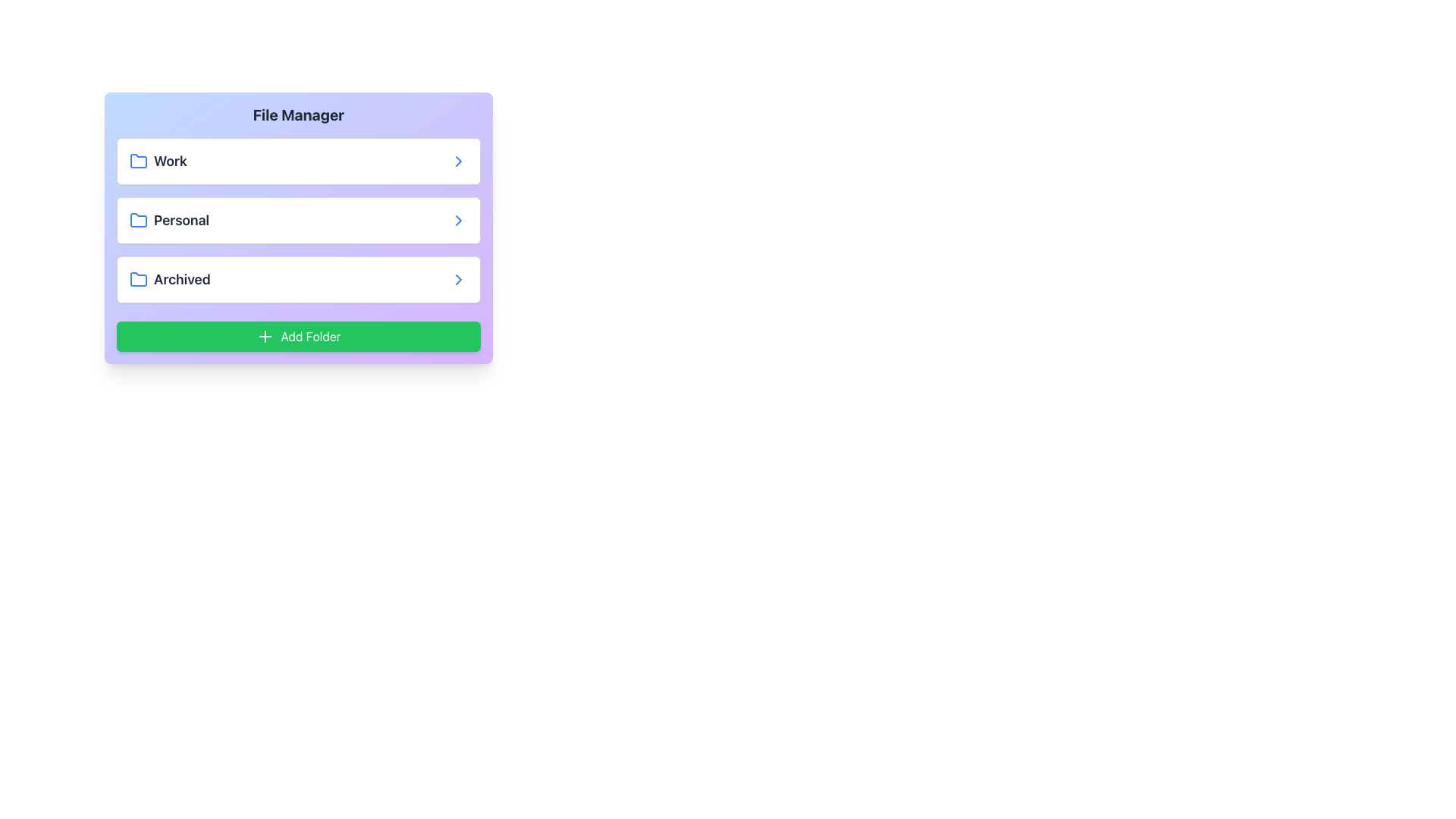 Image resolution: width=1456 pixels, height=819 pixels. I want to click on the right-pointing chevron icon located on the far-right side of the 'Archived' list item in the 'File Manager' interface, so click(457, 280).